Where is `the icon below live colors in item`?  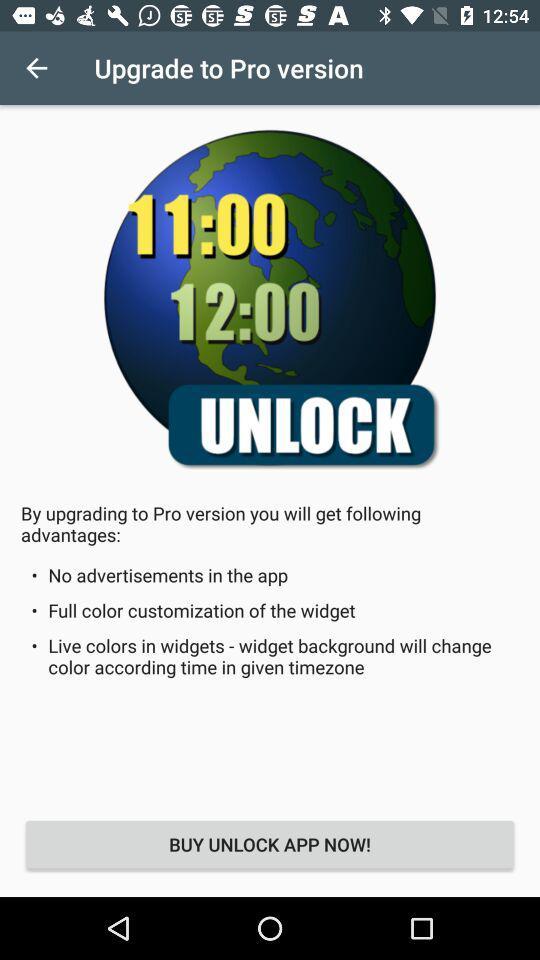
the icon below live colors in item is located at coordinates (270, 843).